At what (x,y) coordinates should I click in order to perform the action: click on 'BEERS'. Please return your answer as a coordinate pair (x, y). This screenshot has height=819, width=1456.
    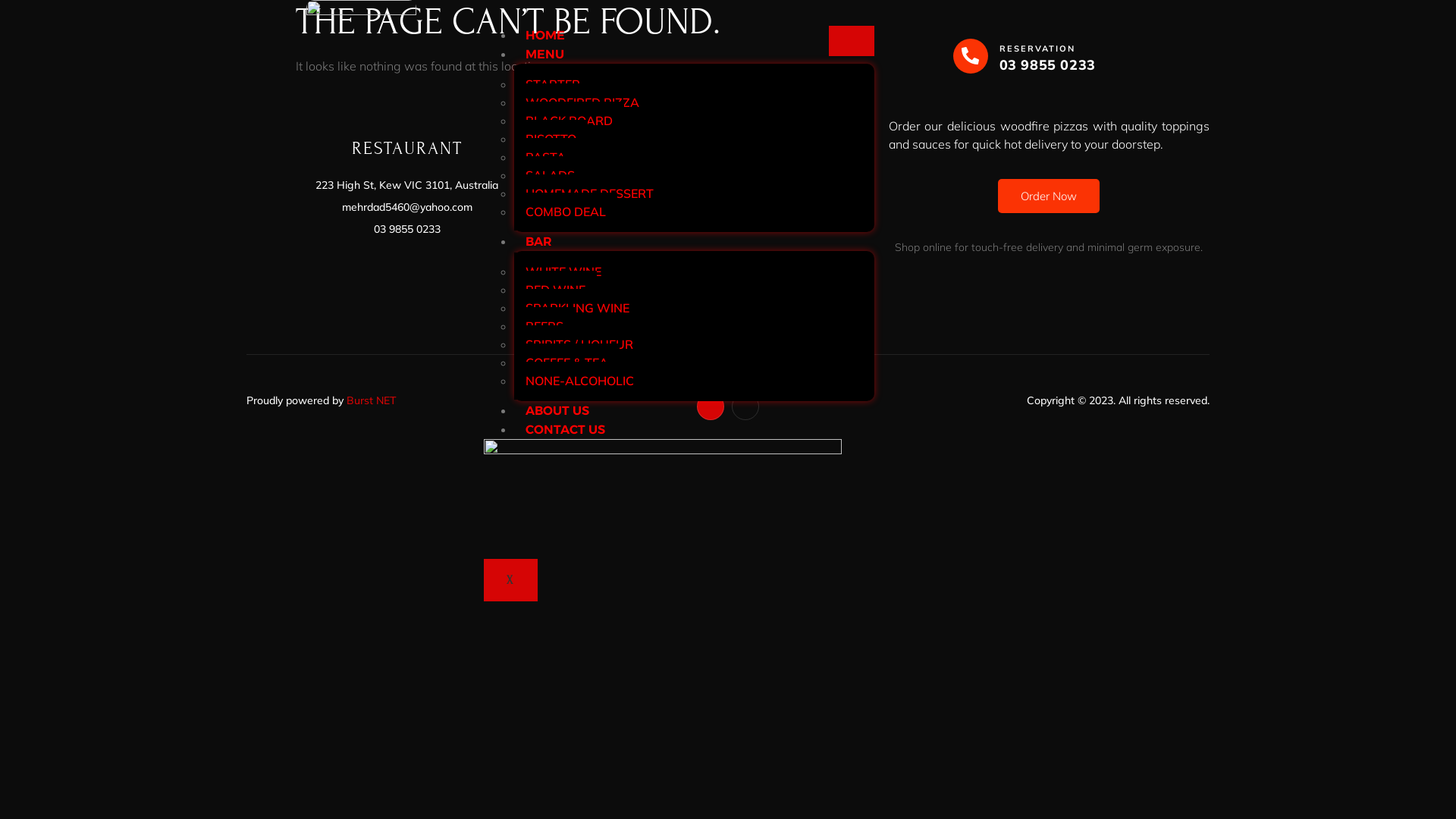
    Looking at the image, I should click on (544, 325).